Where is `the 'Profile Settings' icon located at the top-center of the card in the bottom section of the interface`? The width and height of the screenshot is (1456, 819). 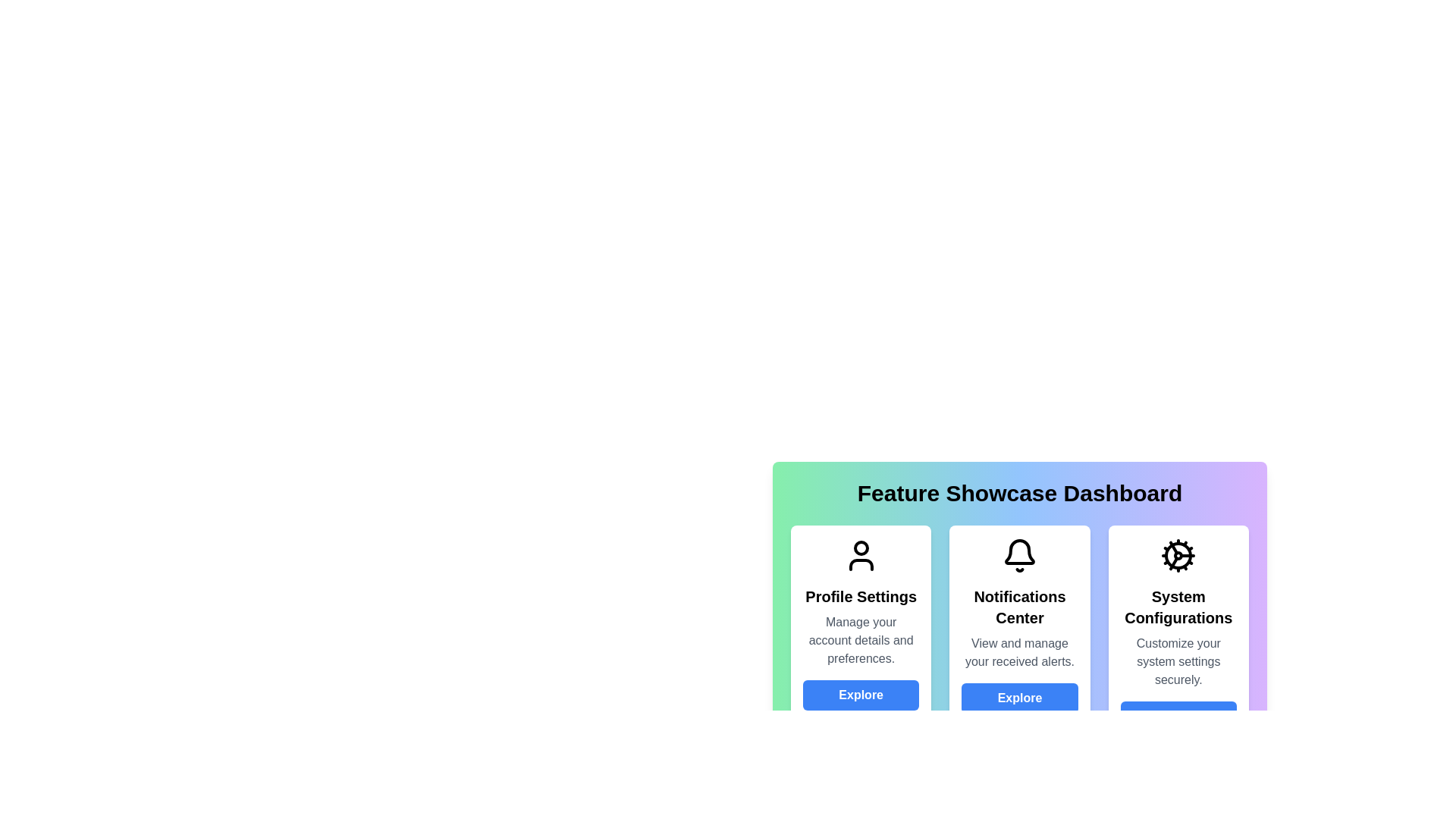 the 'Profile Settings' icon located at the top-center of the card in the bottom section of the interface is located at coordinates (861, 555).